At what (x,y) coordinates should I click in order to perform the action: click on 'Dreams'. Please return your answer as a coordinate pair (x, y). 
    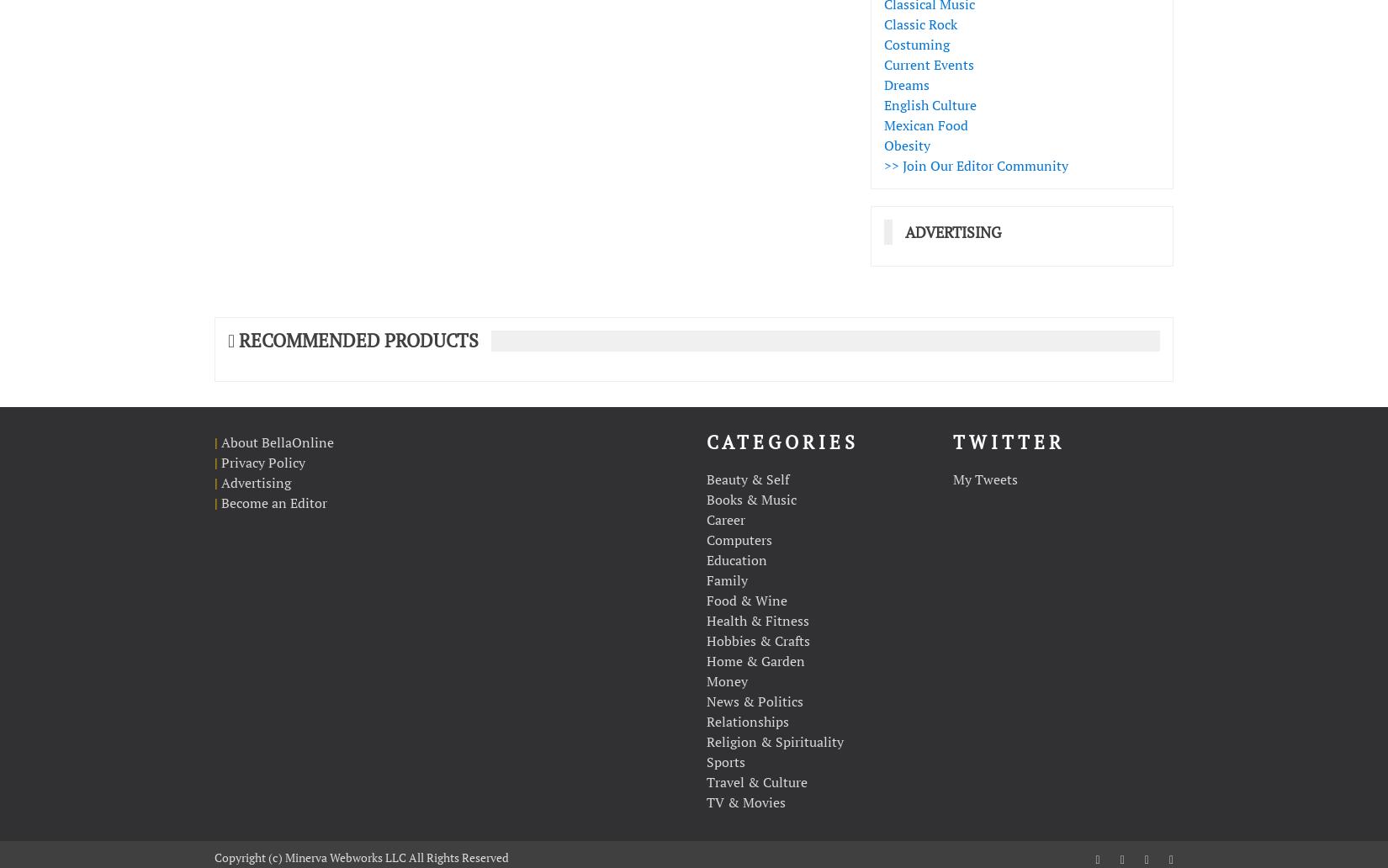
    Looking at the image, I should click on (884, 85).